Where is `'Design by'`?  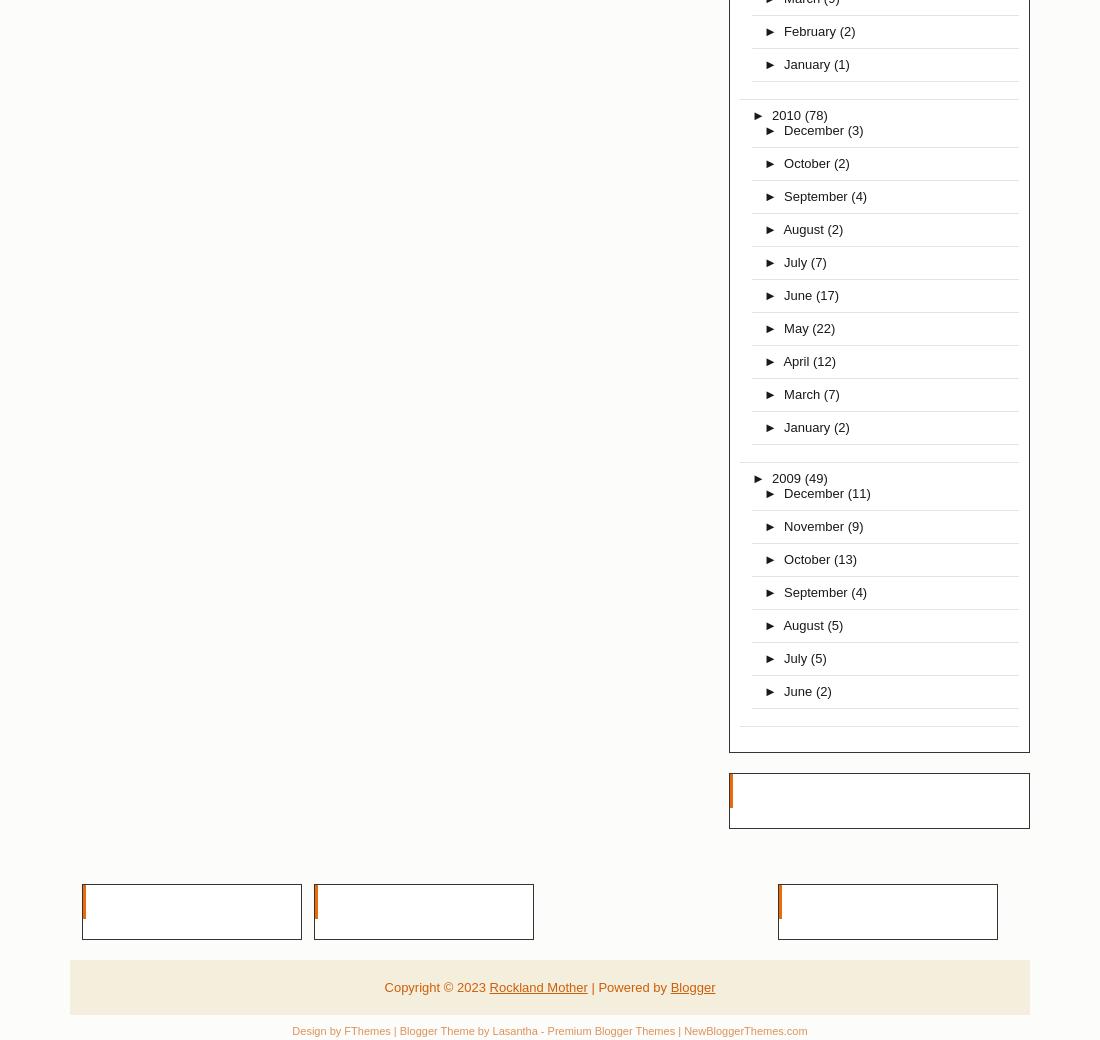 'Design by' is located at coordinates (291, 1030).